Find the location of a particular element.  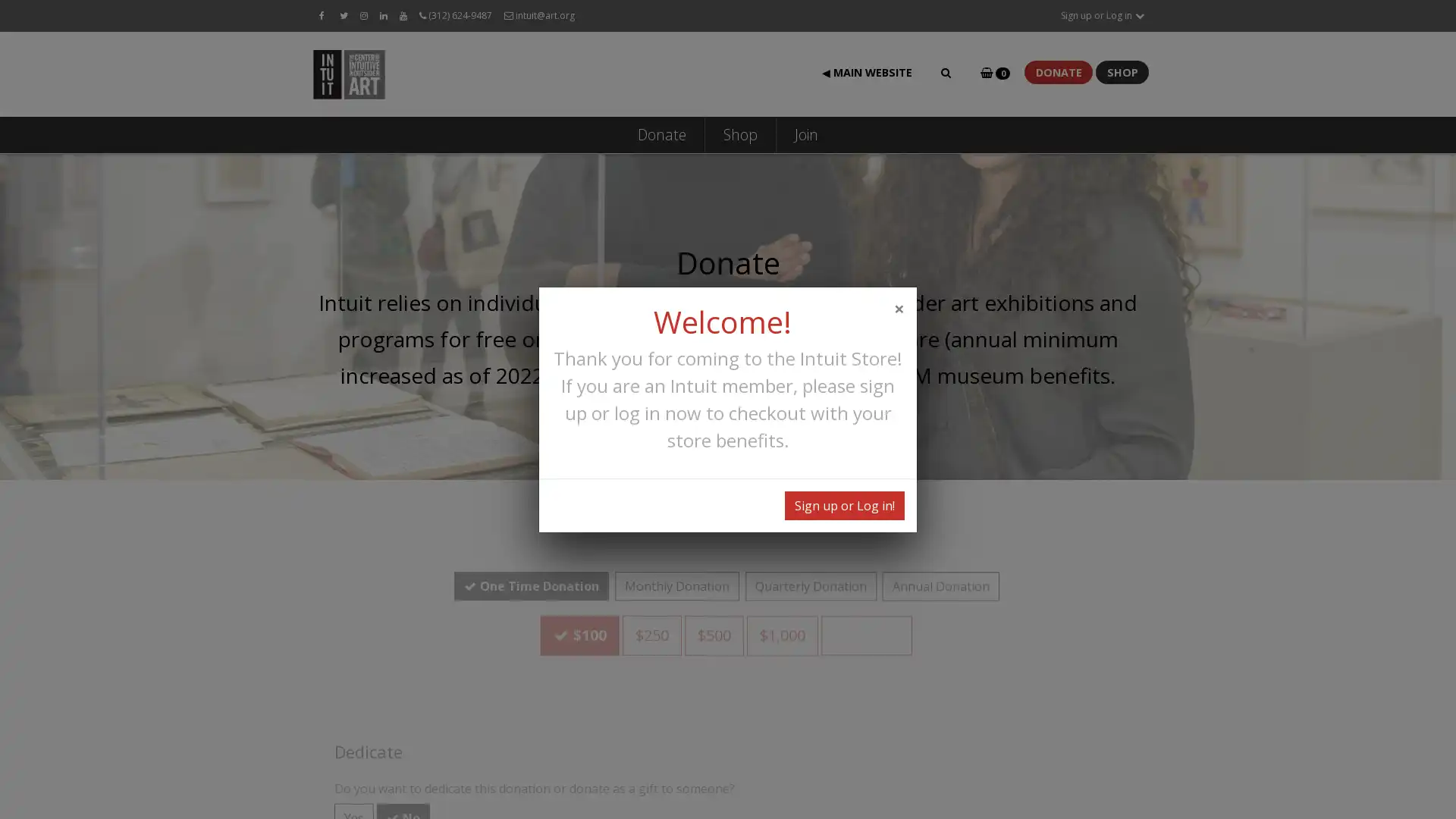

Close is located at coordinates (899, 307).